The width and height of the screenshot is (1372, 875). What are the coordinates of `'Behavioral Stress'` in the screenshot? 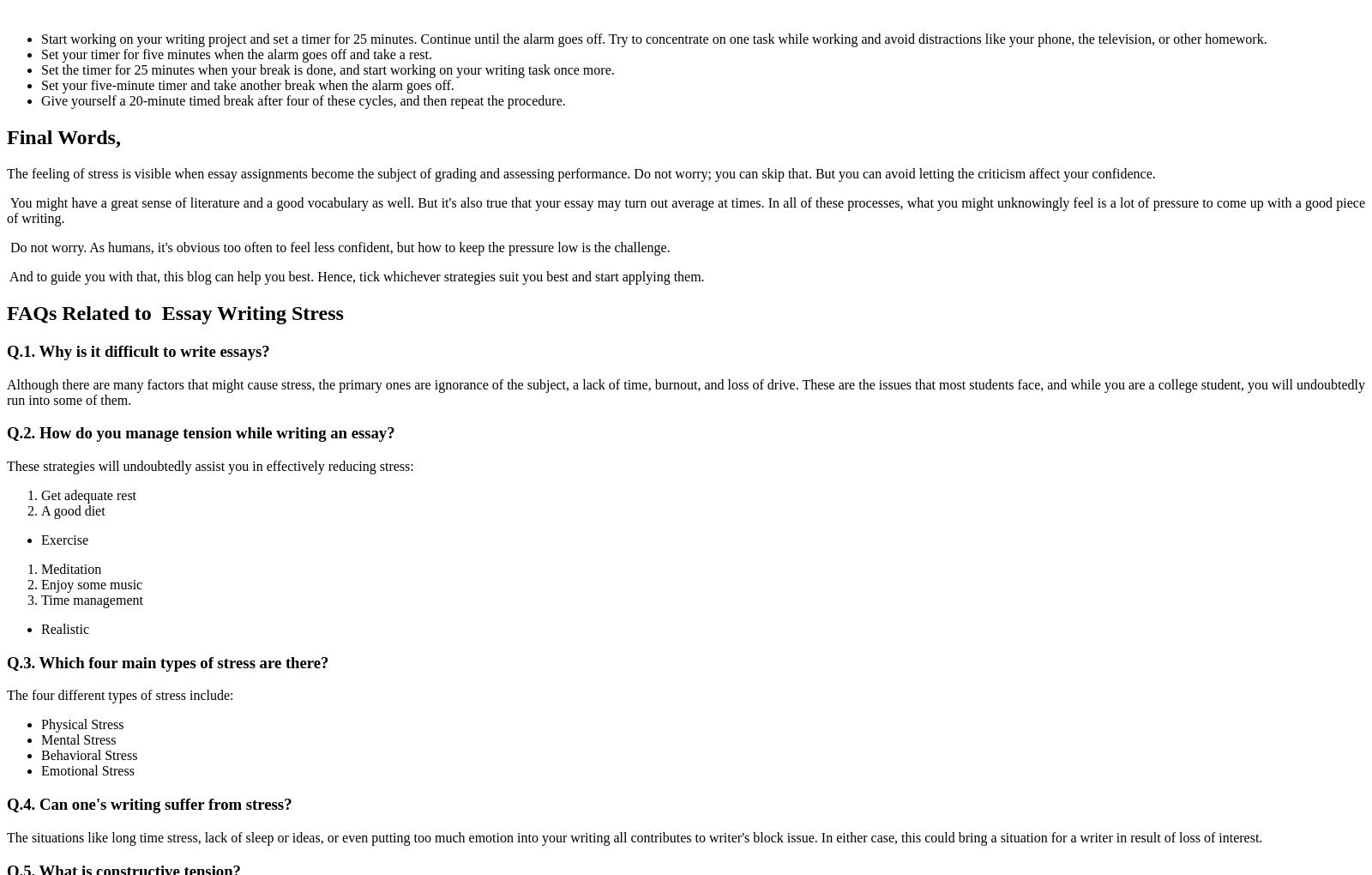 It's located at (88, 754).